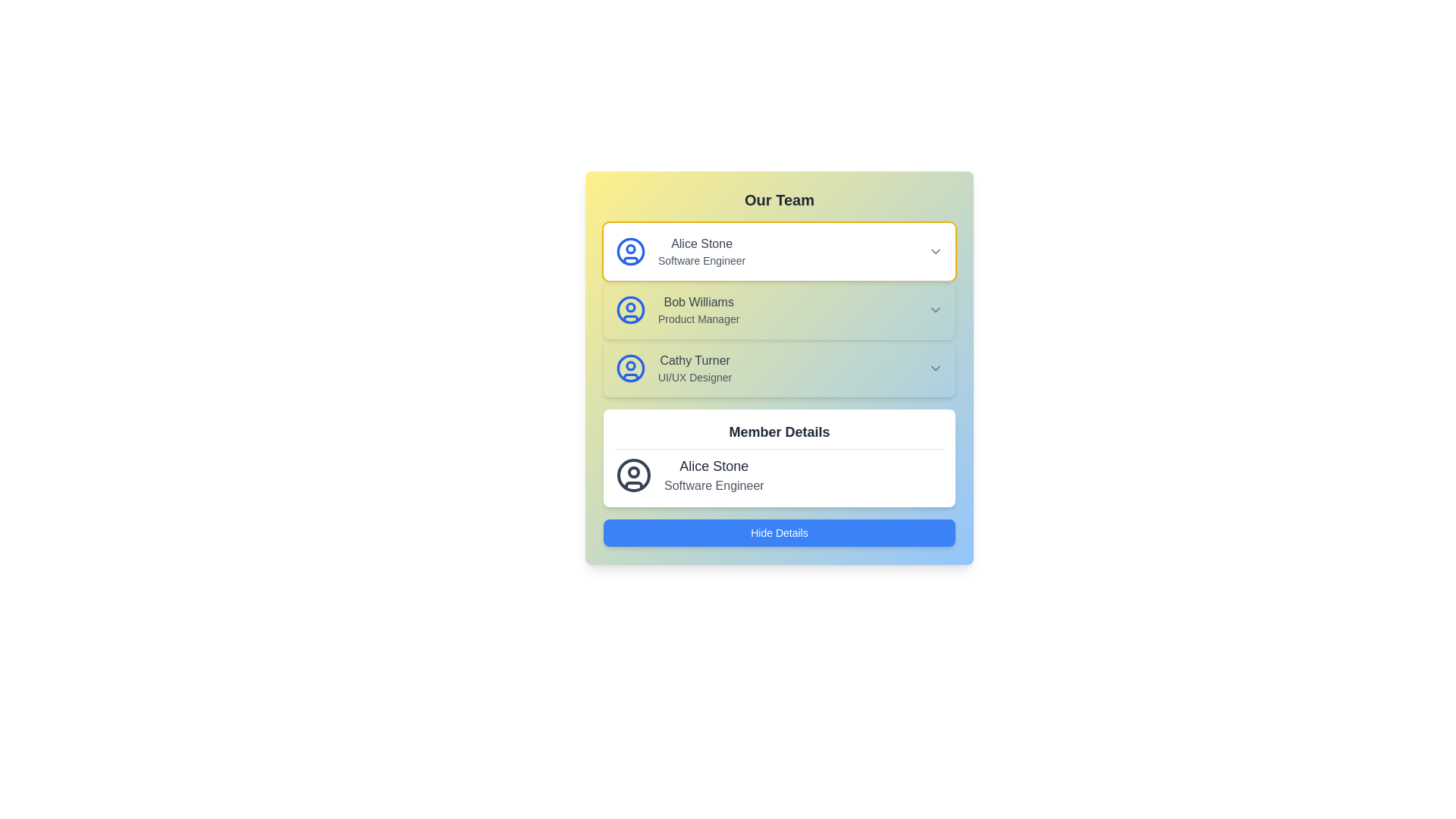 The width and height of the screenshot is (1456, 819). Describe the element at coordinates (630, 250) in the screenshot. I see `the circular blue user profile icon located at the left side of the user details section for 'Alice Stone', which is the first icon in the 'Our Team' list` at that location.